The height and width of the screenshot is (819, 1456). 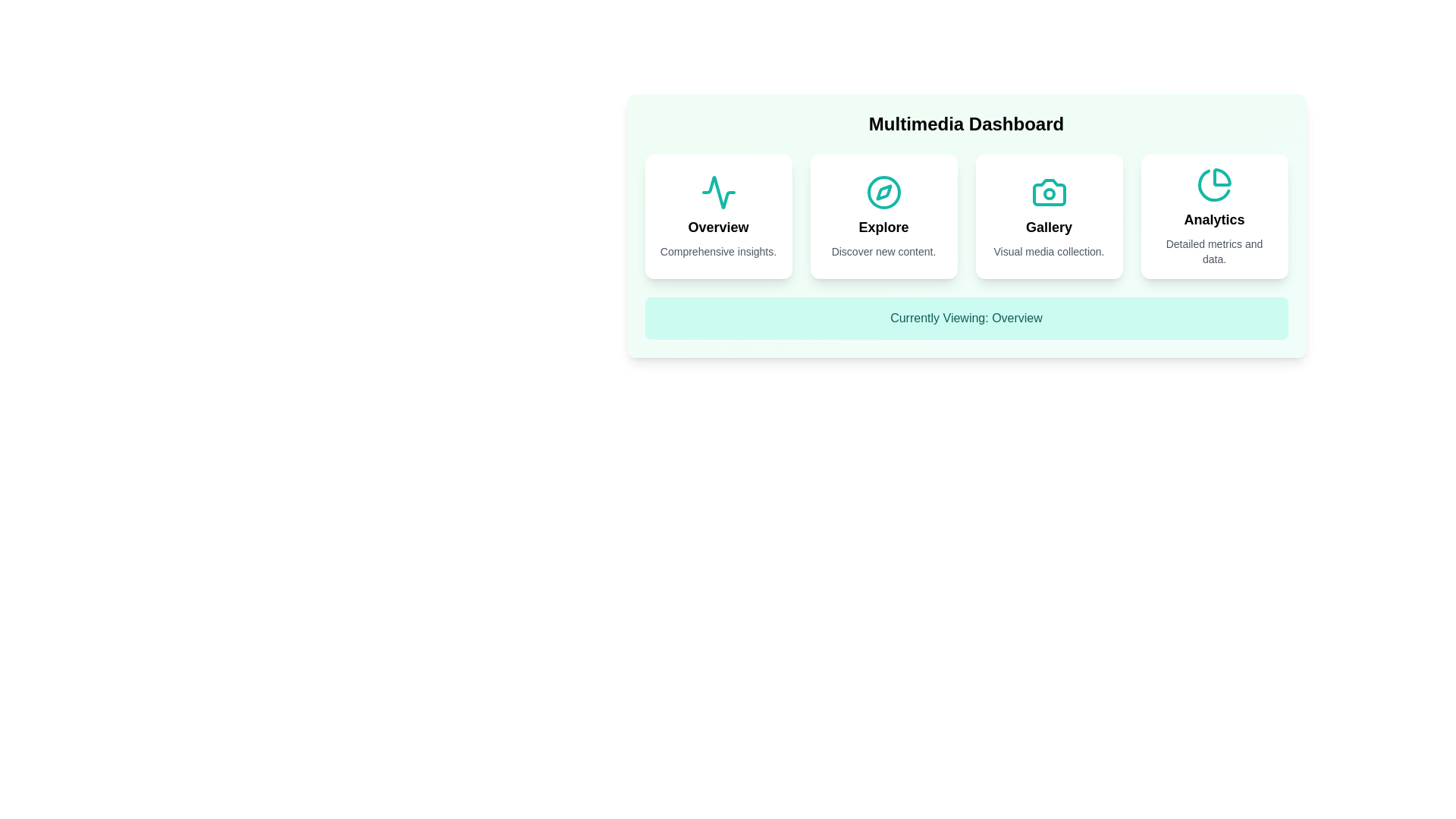 I want to click on the section Gallery by clicking on its card, so click(x=1048, y=216).